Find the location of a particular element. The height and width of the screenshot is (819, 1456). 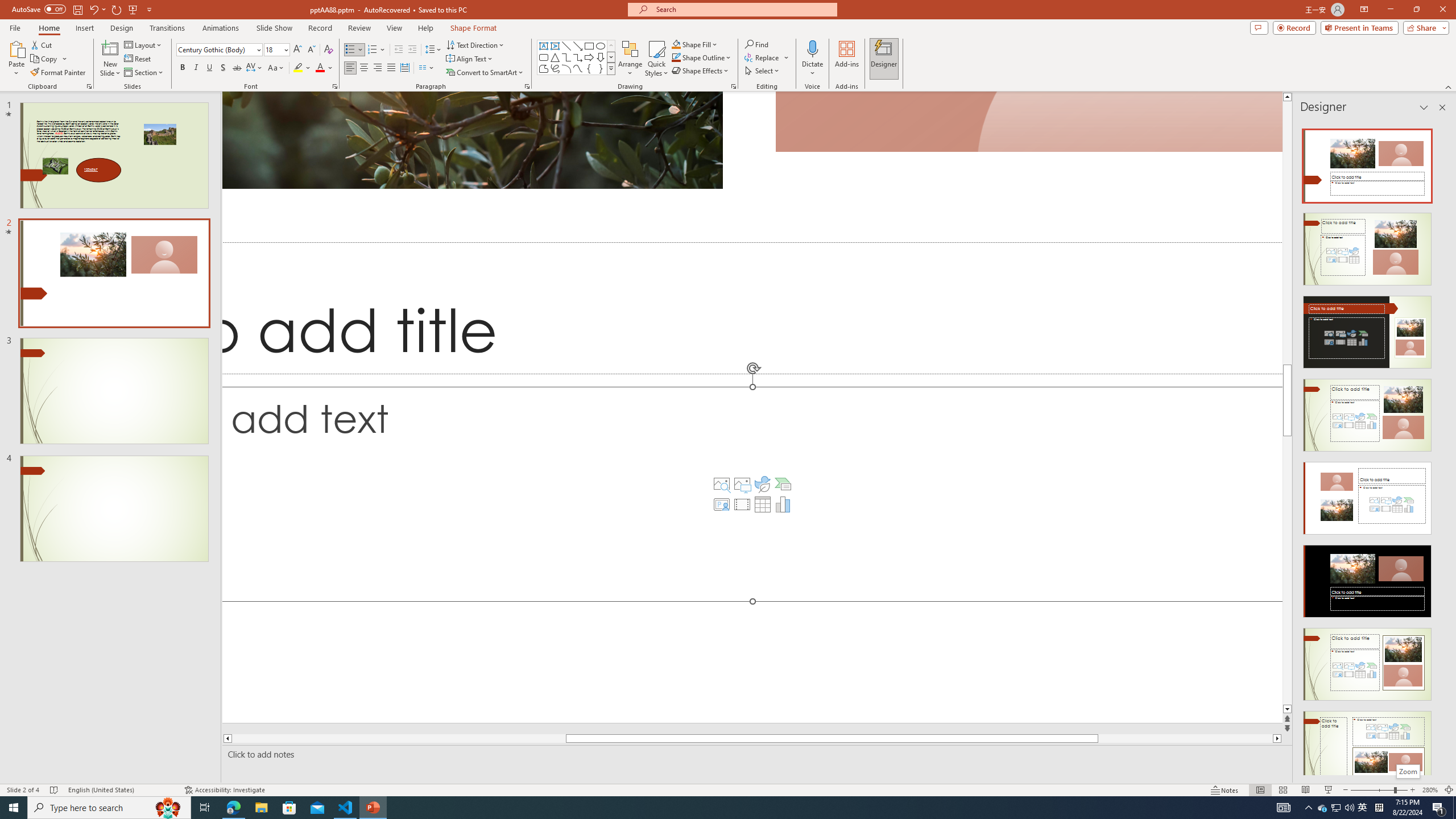

'Font...' is located at coordinates (334, 85).